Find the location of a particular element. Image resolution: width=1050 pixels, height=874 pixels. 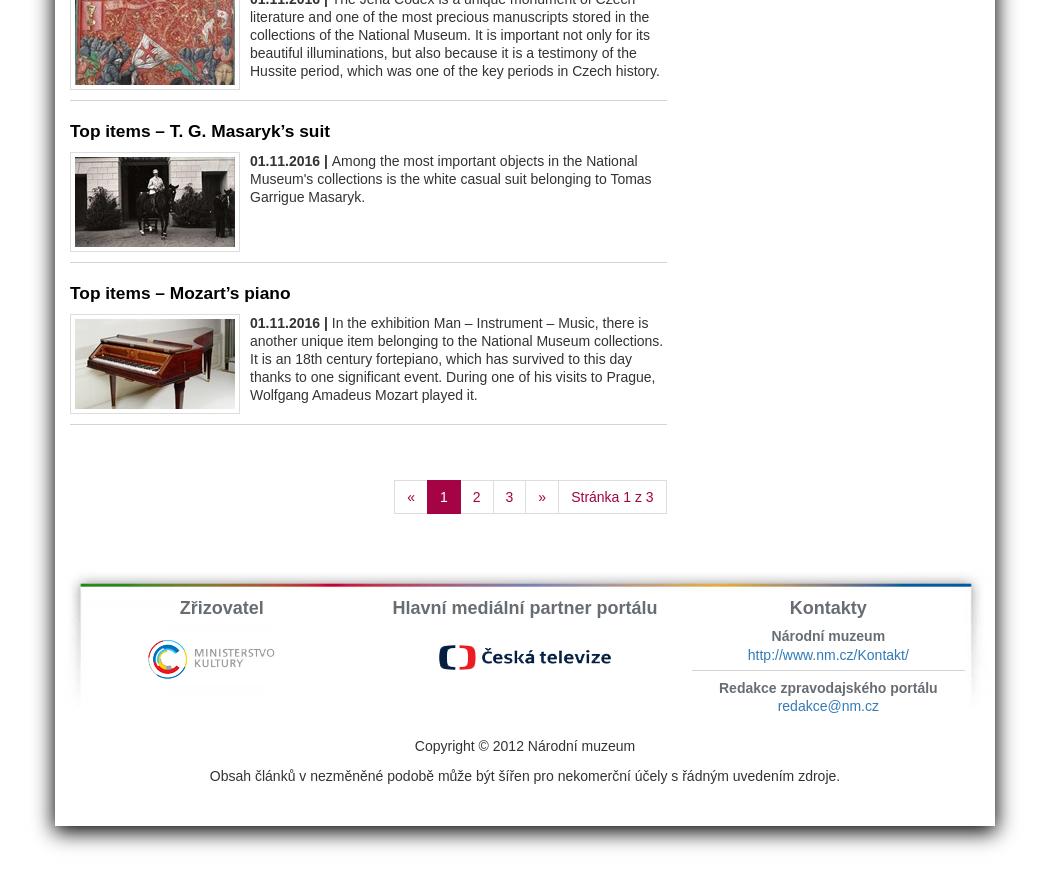

'Top items – Mozart’s piano' is located at coordinates (69, 291).